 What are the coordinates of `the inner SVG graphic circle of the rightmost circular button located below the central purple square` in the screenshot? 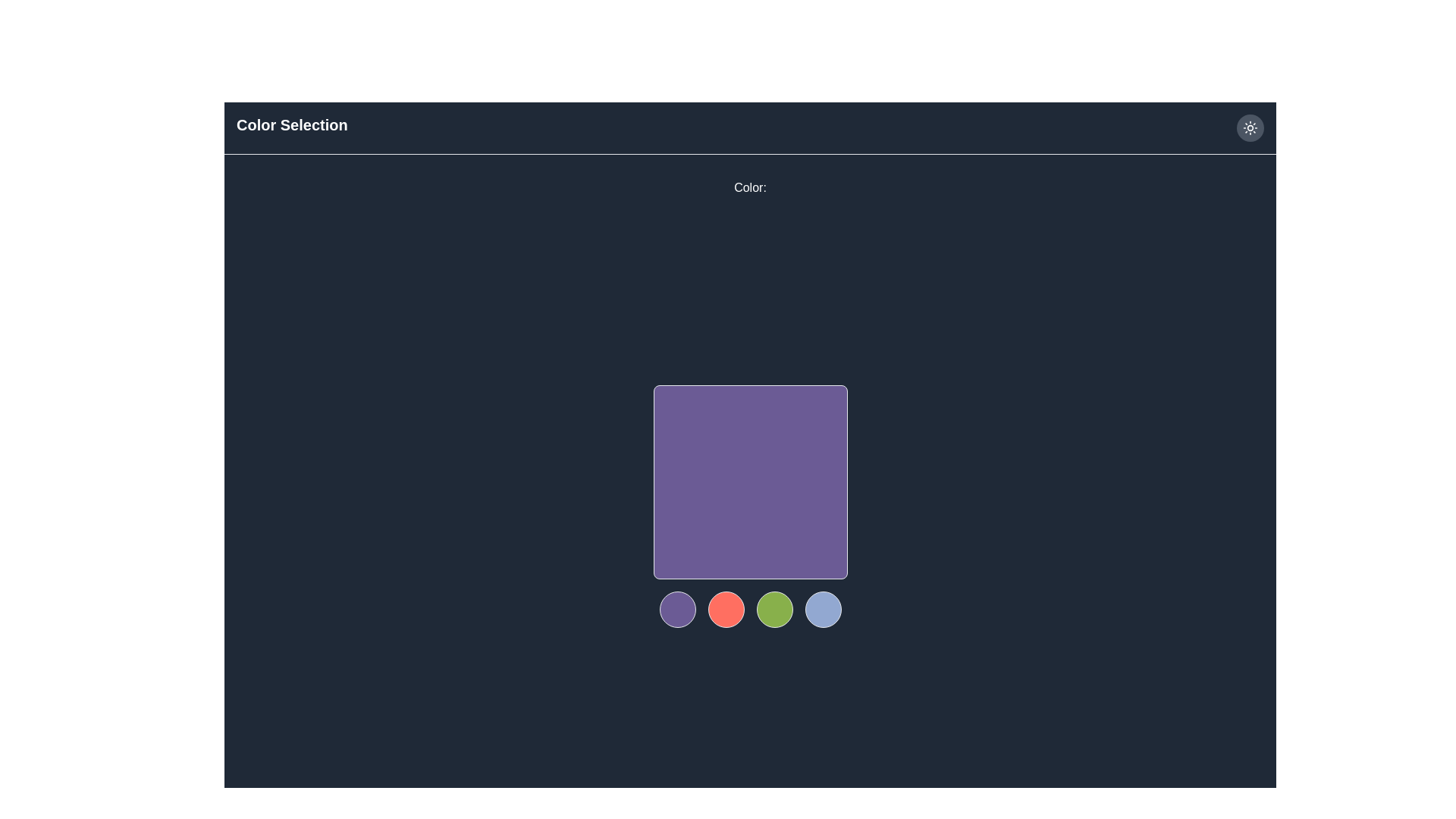 It's located at (812, 608).